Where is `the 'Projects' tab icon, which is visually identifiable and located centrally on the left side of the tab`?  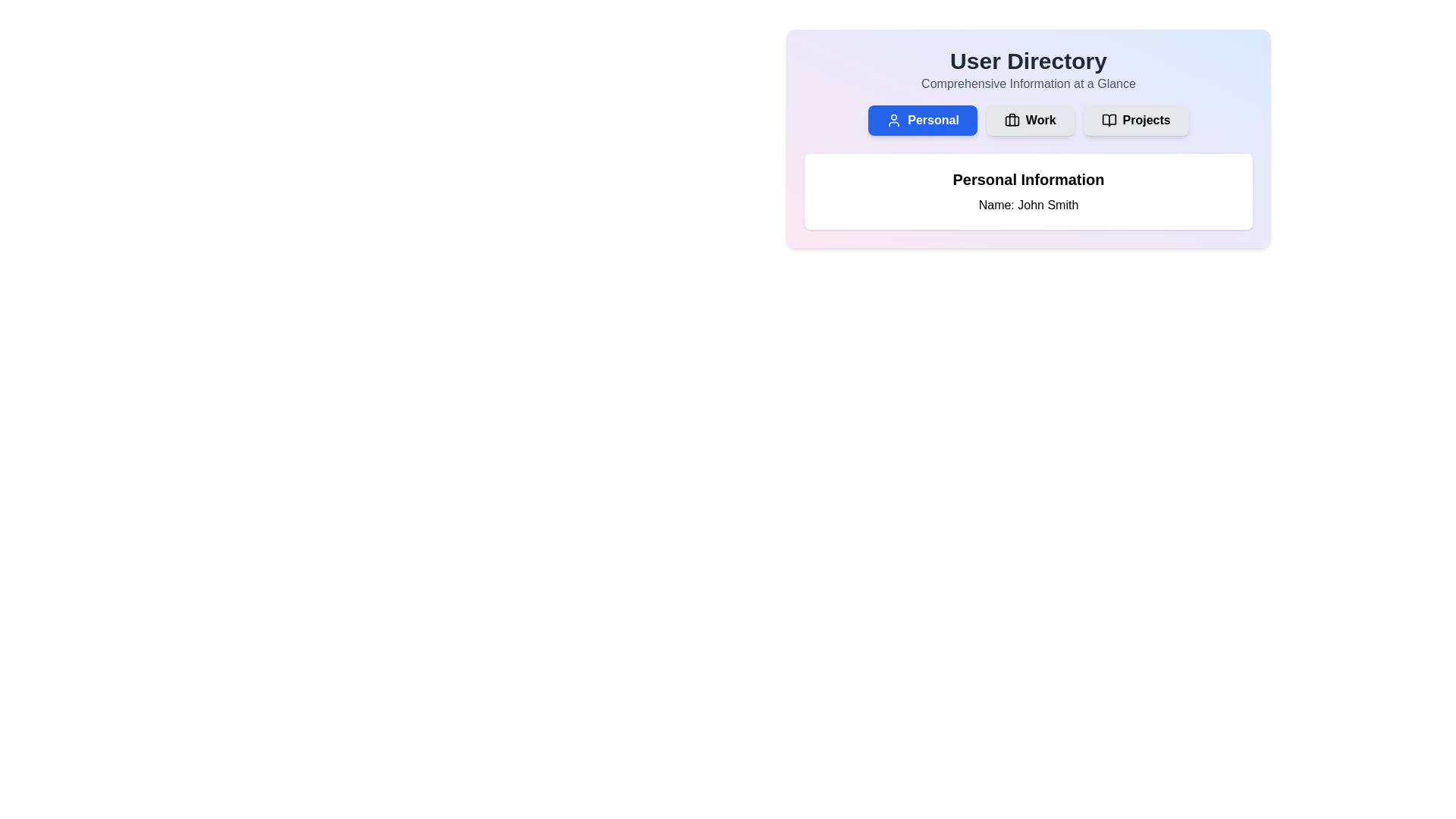 the 'Projects' tab icon, which is visually identifiable and located centrally on the left side of the tab is located at coordinates (1109, 119).